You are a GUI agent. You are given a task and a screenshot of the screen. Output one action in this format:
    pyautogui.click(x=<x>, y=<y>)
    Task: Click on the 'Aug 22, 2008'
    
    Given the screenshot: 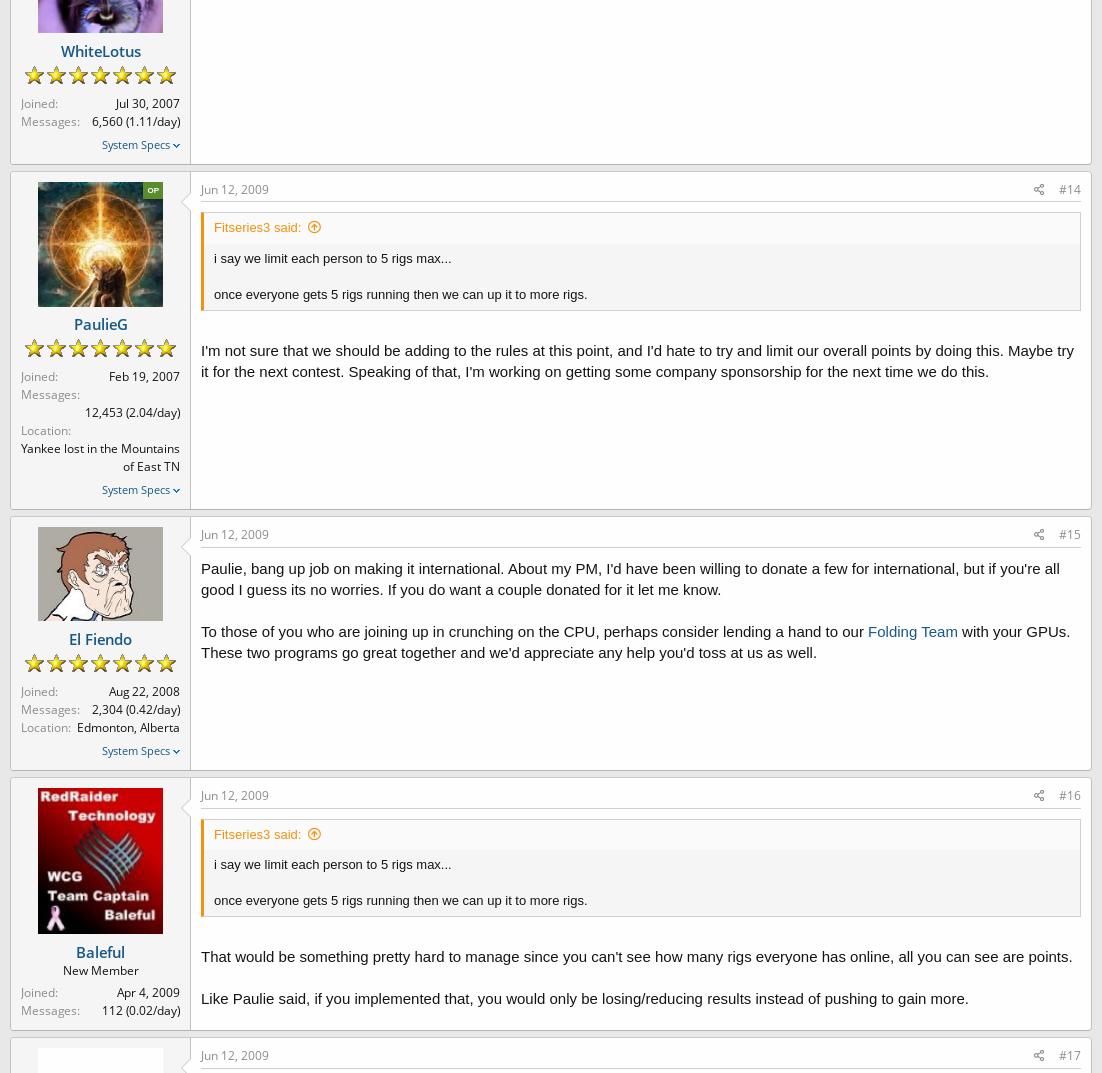 What is the action you would take?
    pyautogui.click(x=143, y=690)
    